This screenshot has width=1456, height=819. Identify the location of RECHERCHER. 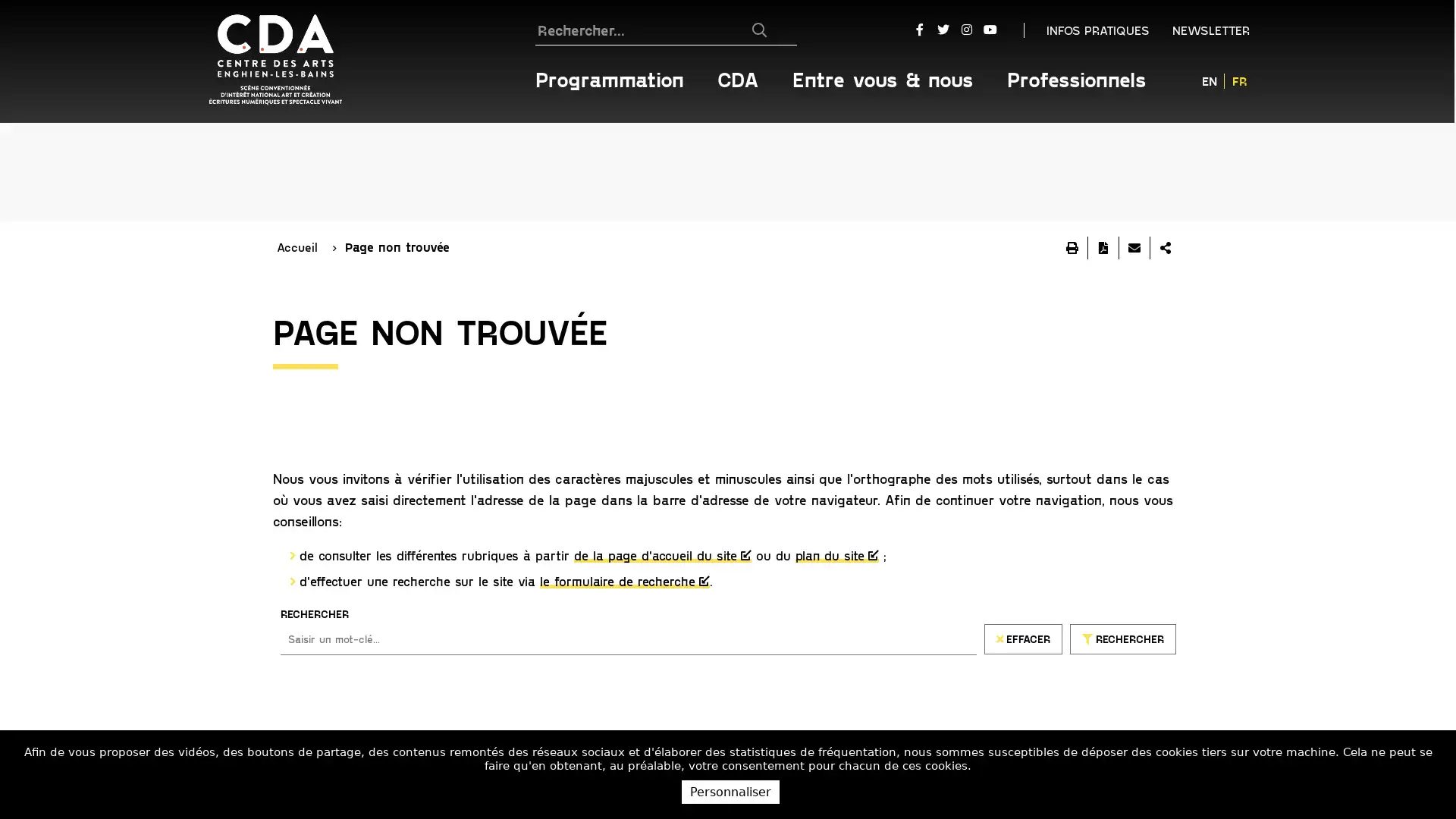
(1122, 539).